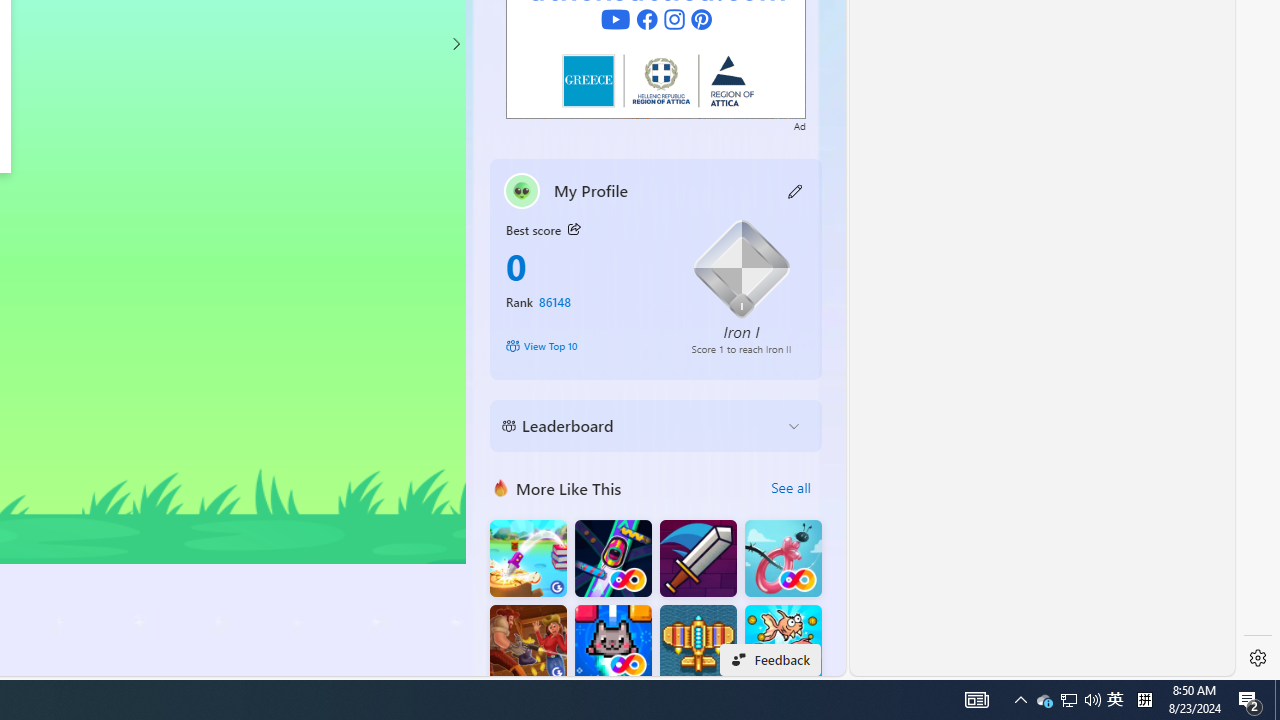 The height and width of the screenshot is (720, 1280). Describe the element at coordinates (501, 487) in the screenshot. I see `'More Like This'` at that location.